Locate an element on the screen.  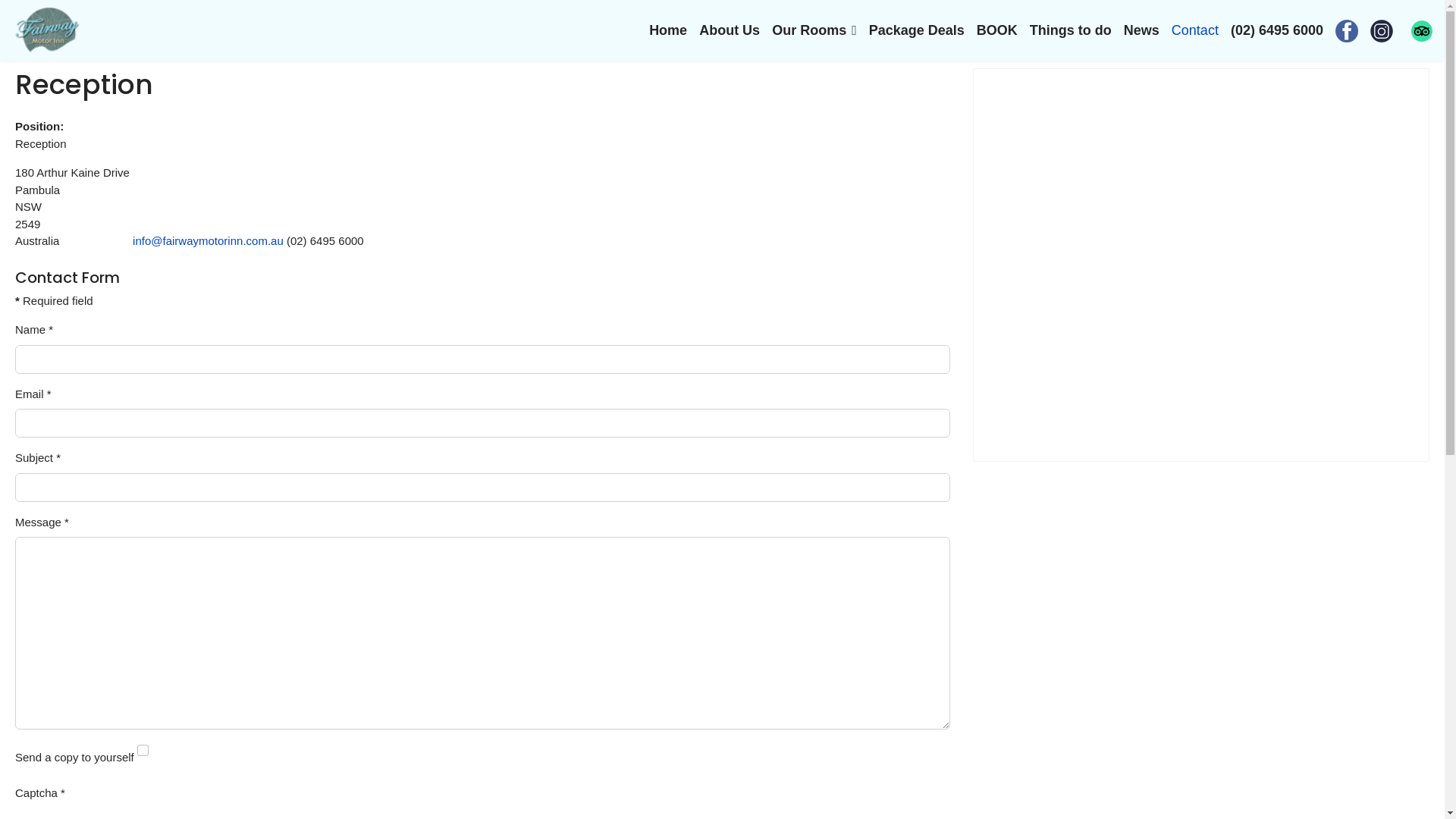
'BOOK' is located at coordinates (997, 30).